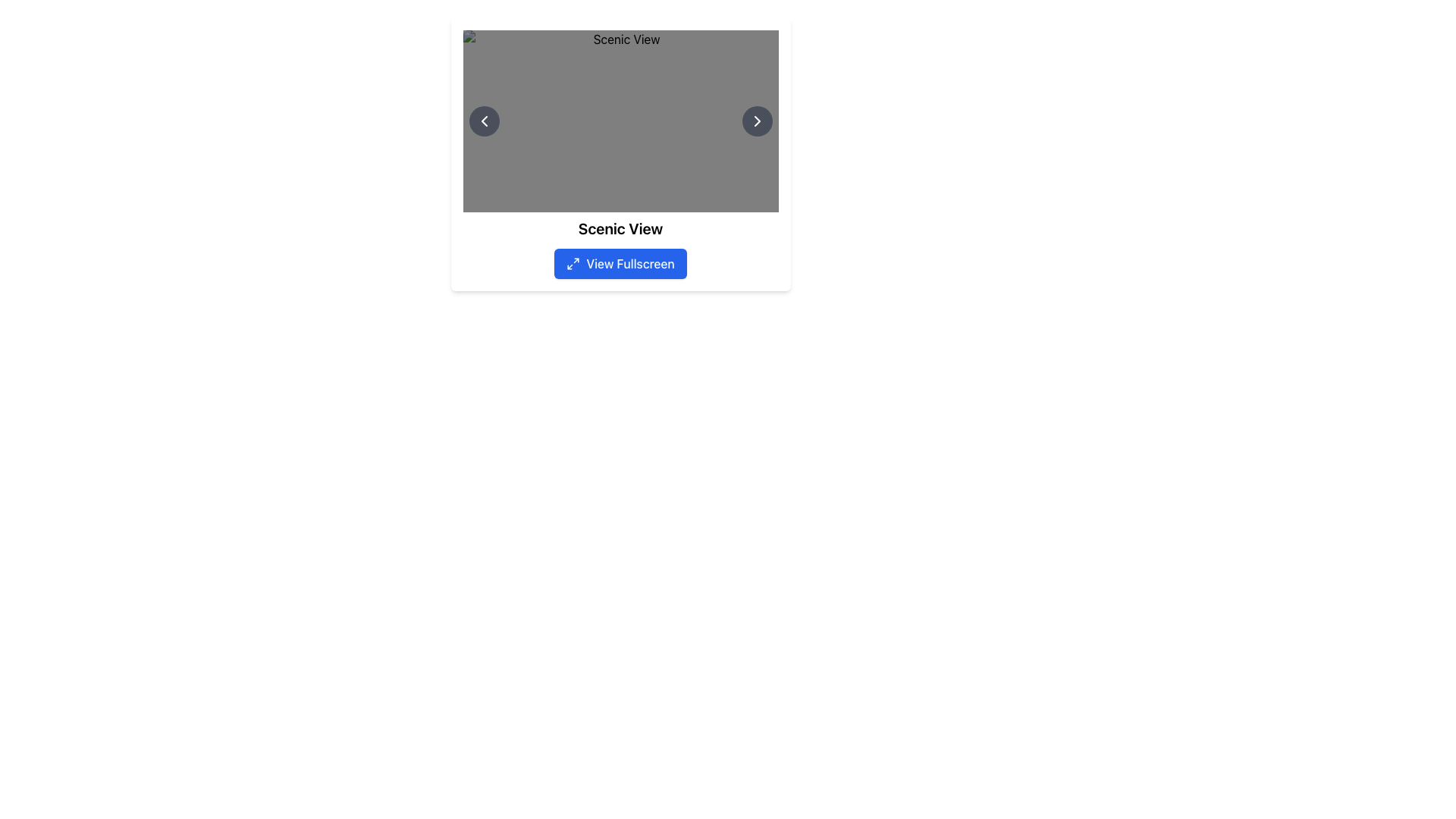 The height and width of the screenshot is (819, 1456). Describe the element at coordinates (483, 120) in the screenshot. I see `the left-facing chevron icon located within the circular button at the top-left side of the carousel` at that location.